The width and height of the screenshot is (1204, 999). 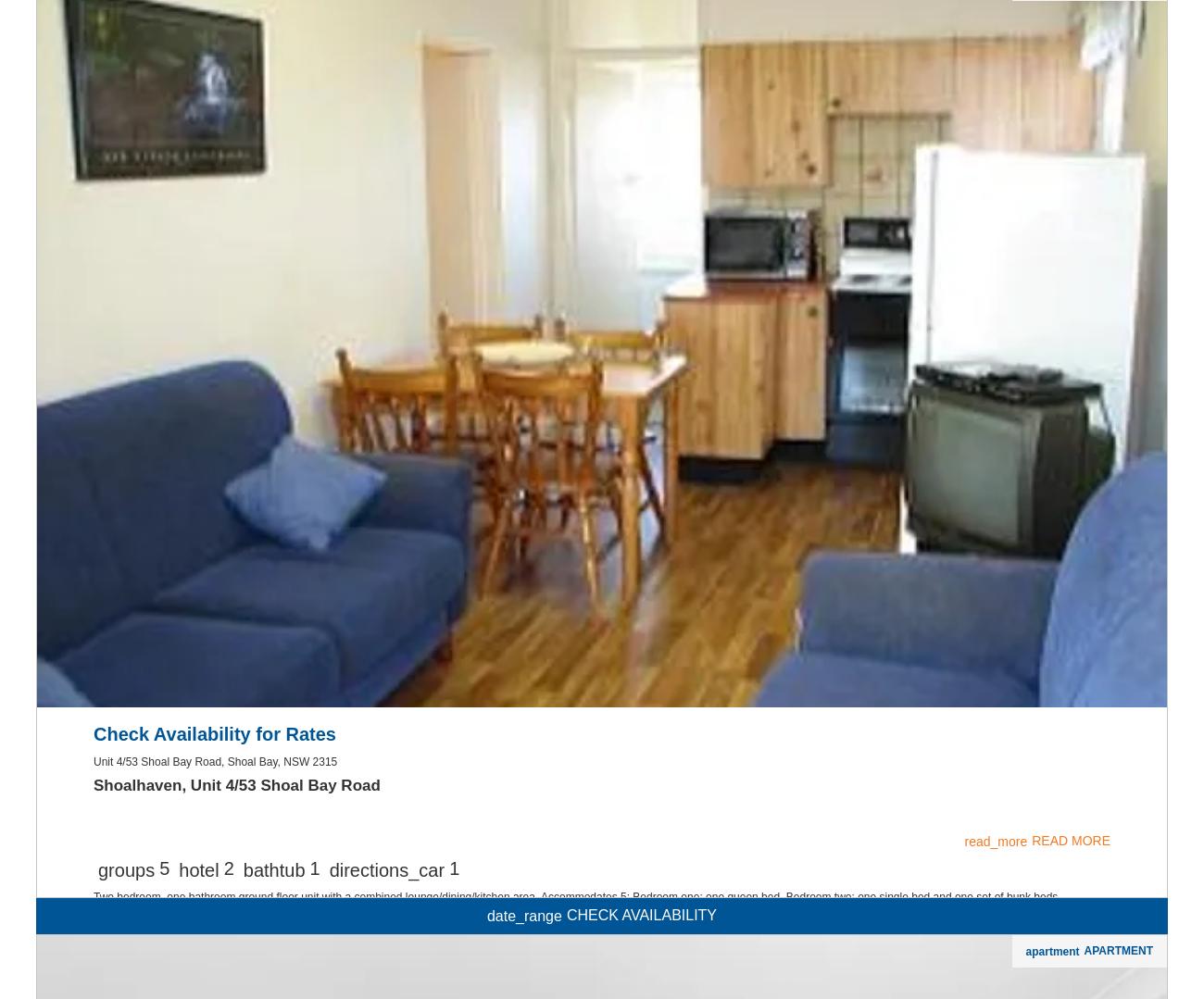 What do you see at coordinates (601, 282) in the screenshot?
I see `'Air Con'` at bounding box center [601, 282].